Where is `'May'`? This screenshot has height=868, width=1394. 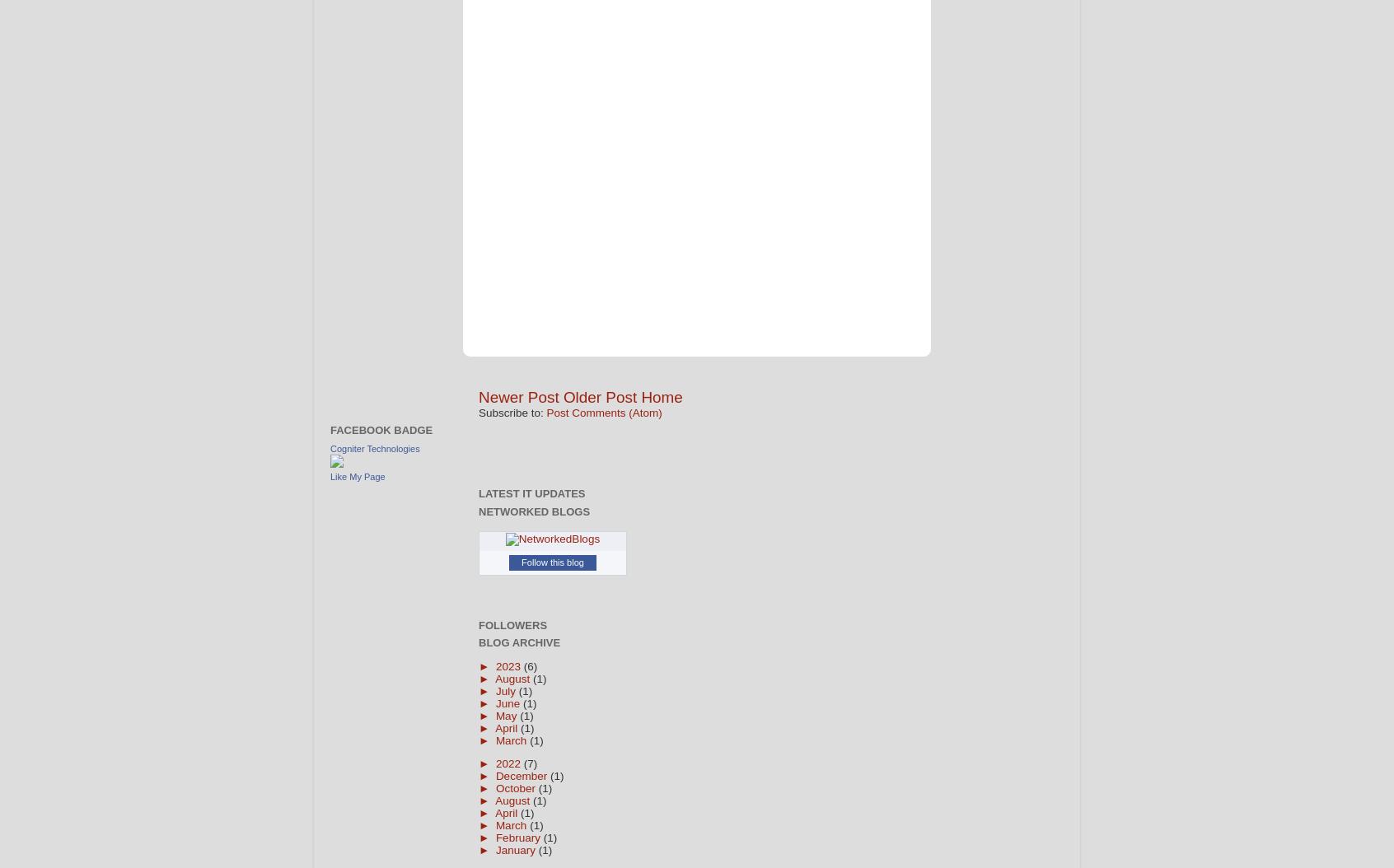
'May' is located at coordinates (507, 715).